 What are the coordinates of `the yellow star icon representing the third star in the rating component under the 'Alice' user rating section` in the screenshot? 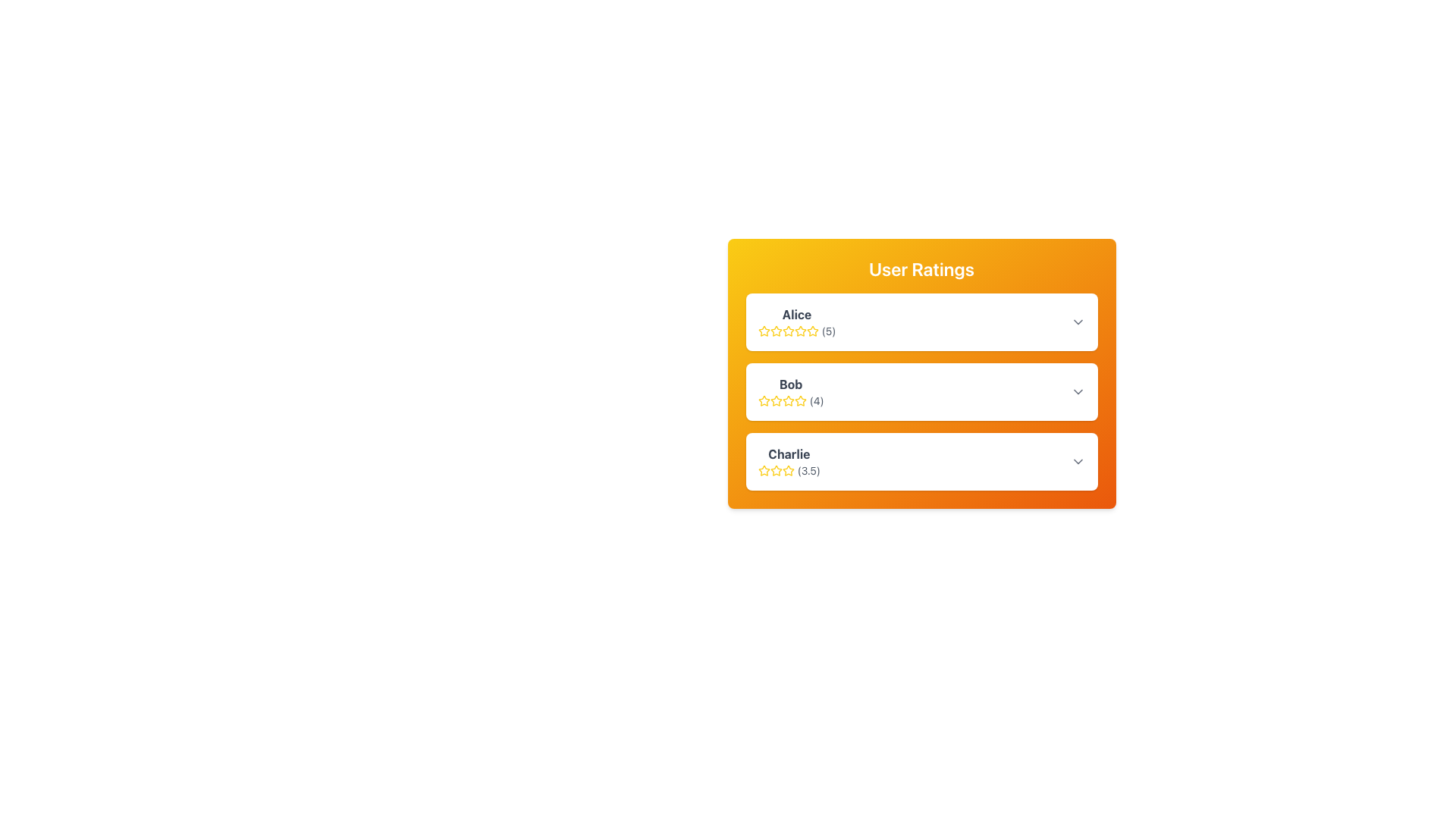 It's located at (799, 330).